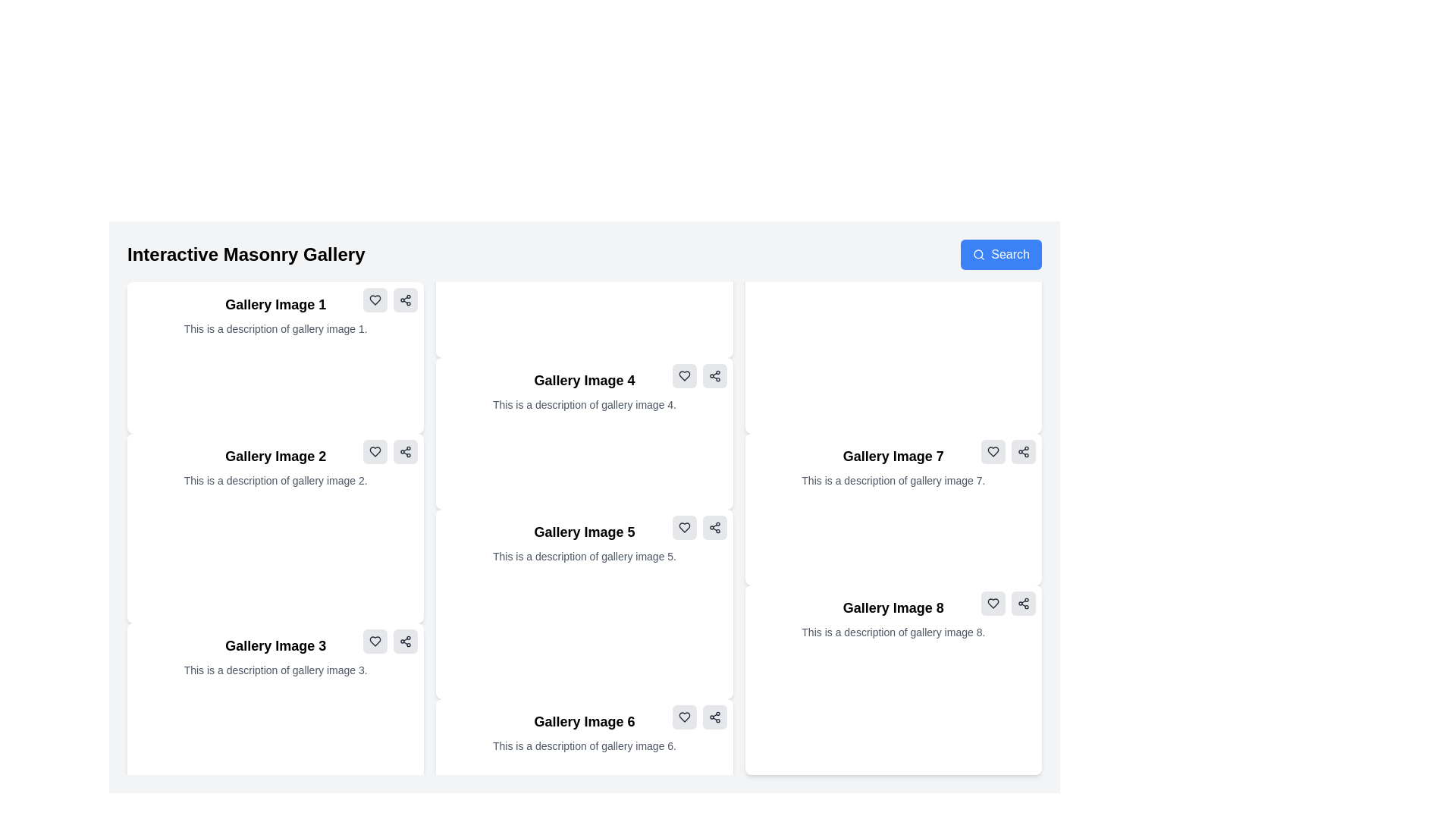  I want to click on the 'like' button located at the top-right corner of the card titled 'Gallery Image 4', so click(683, 375).